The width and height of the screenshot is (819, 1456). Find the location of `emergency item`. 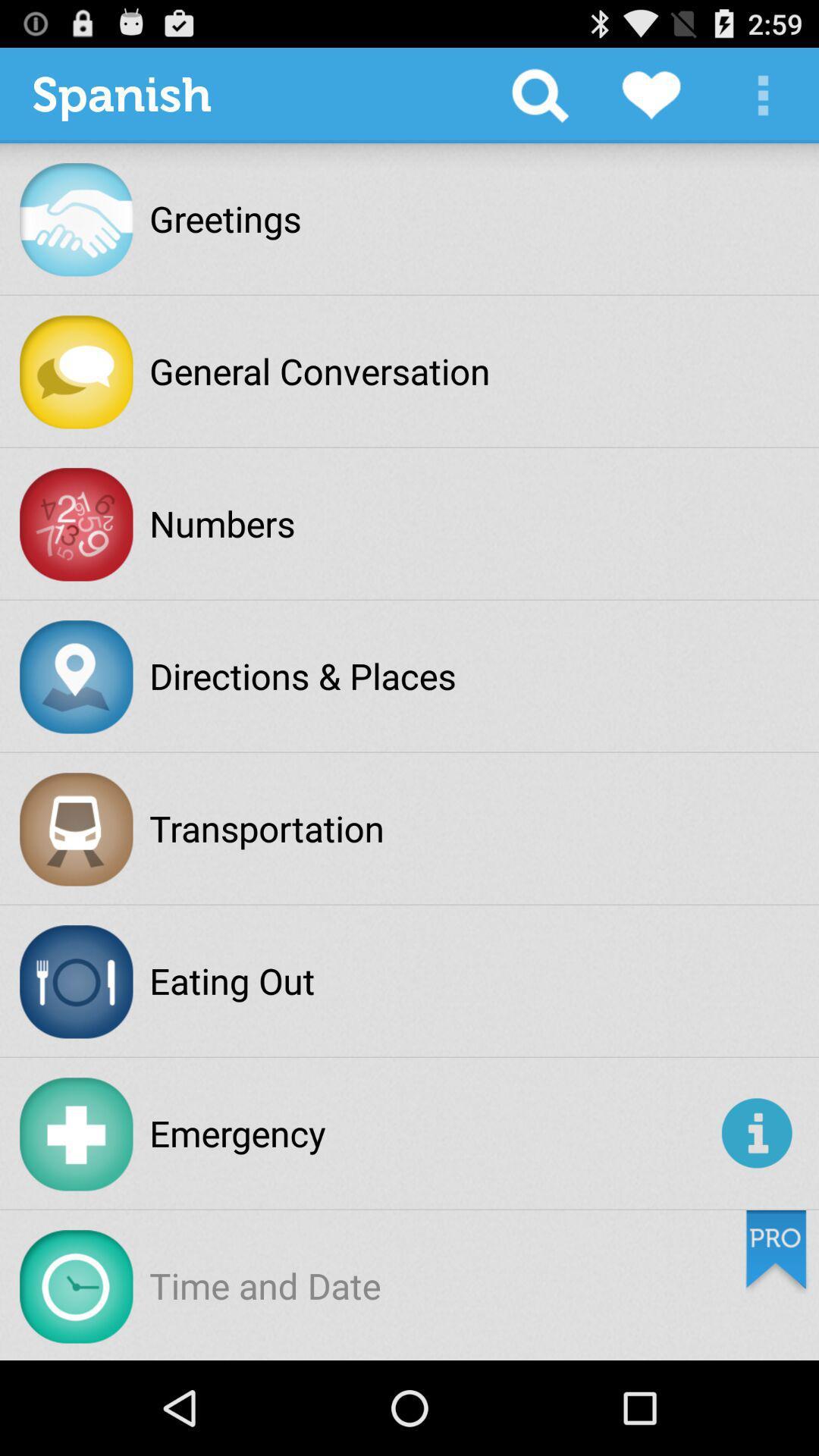

emergency item is located at coordinates (432, 1133).